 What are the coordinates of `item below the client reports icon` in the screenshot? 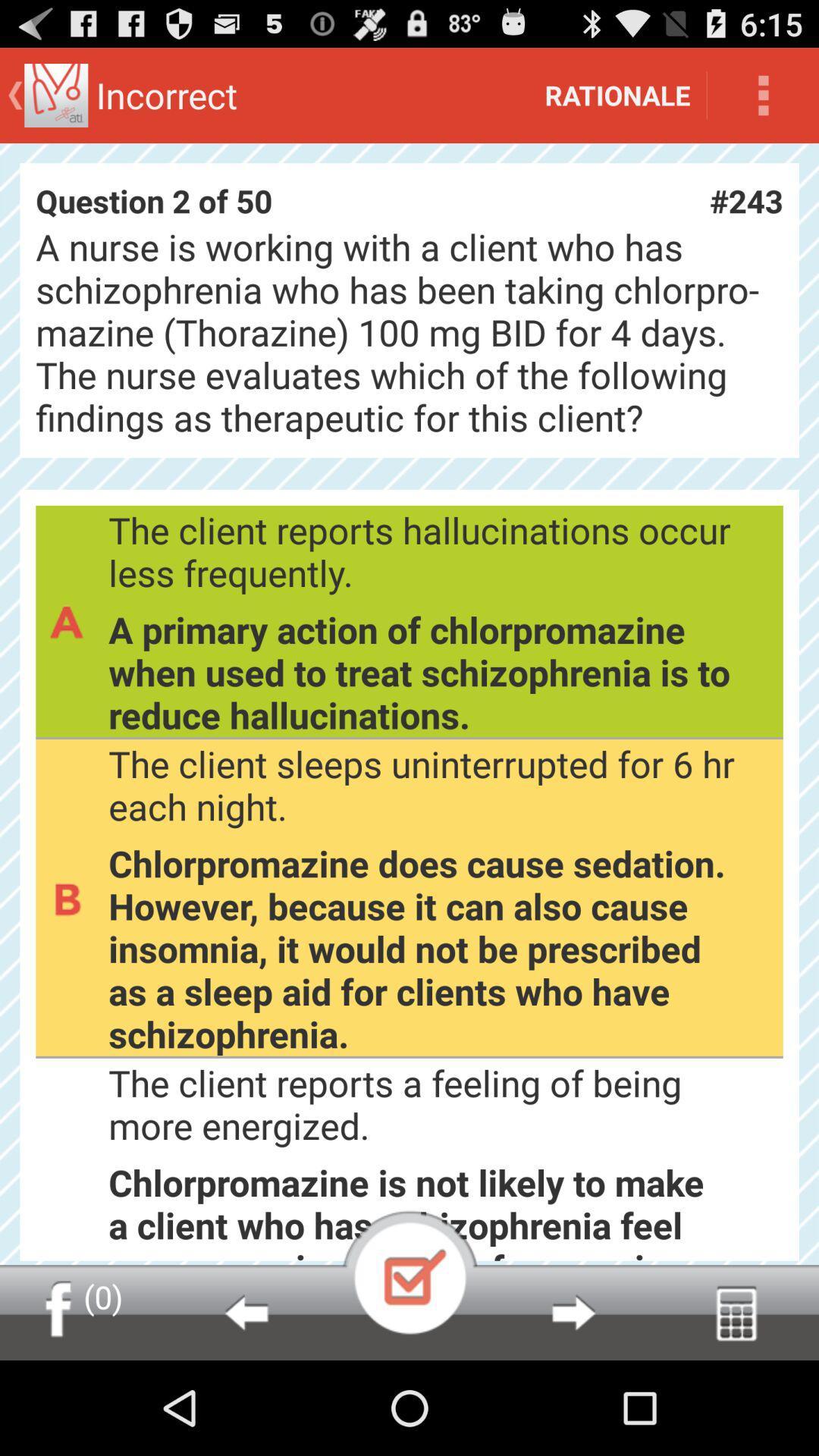 It's located at (409, 1272).